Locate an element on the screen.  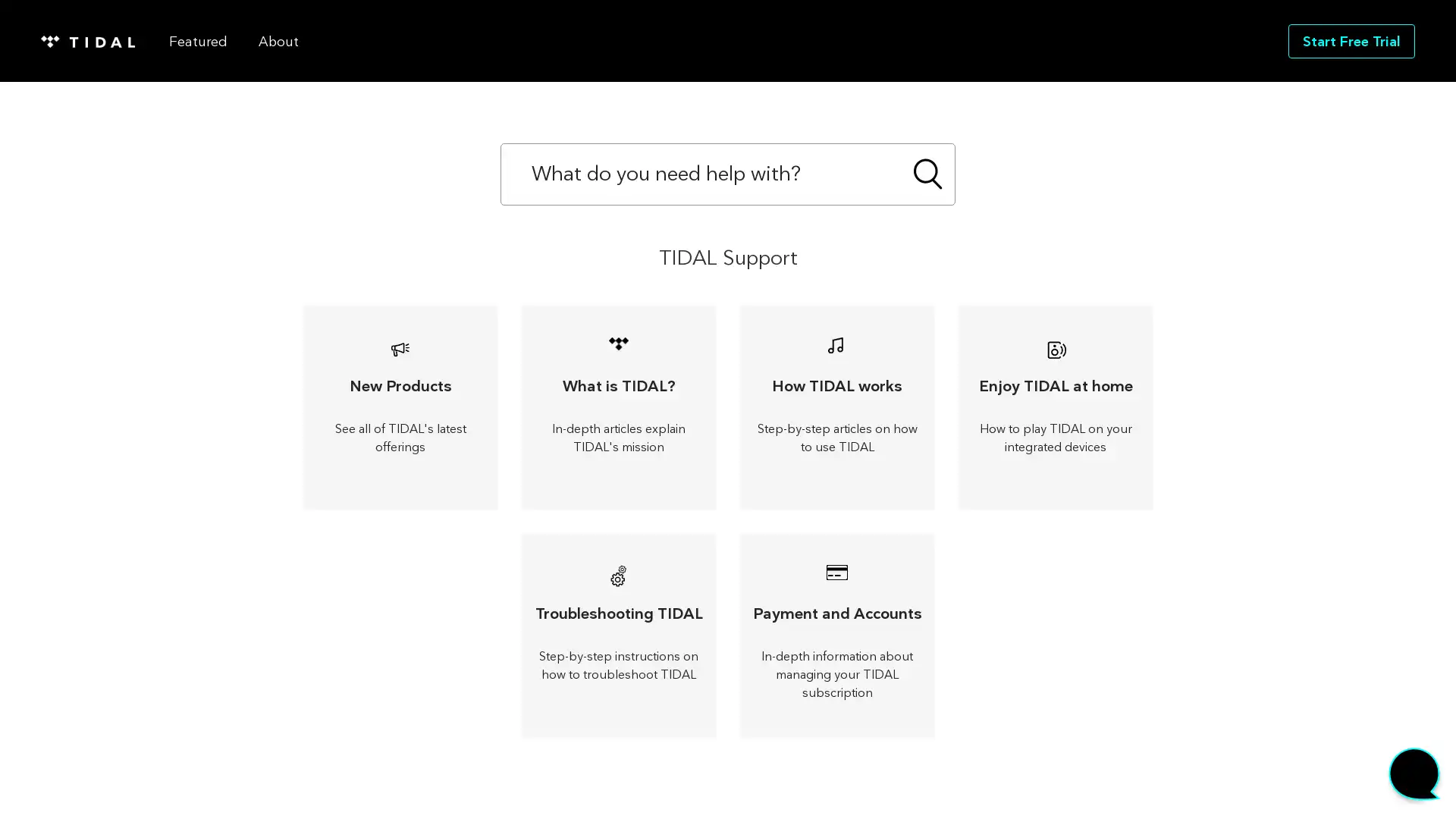
Start chat is located at coordinates (1414, 777).